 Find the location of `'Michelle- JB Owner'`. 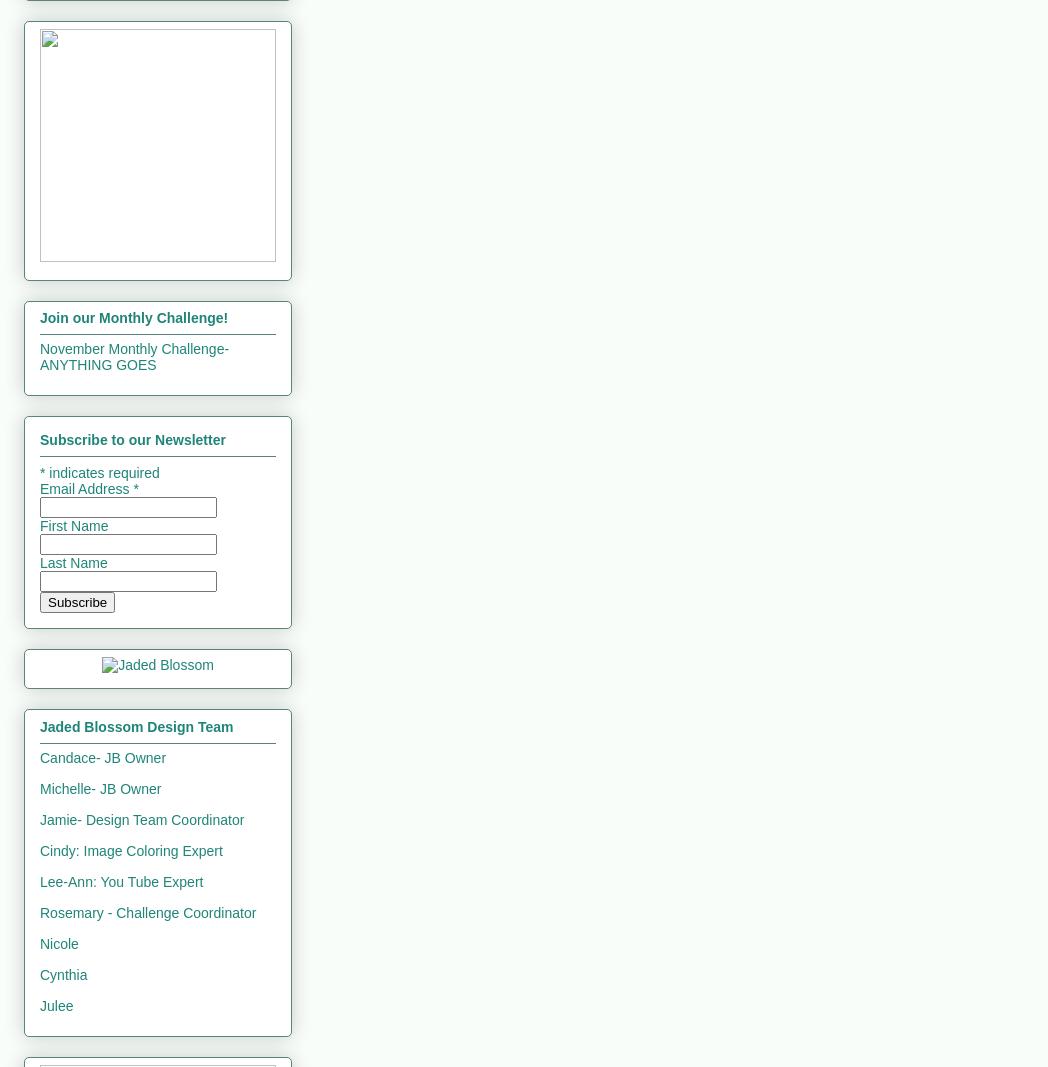

'Michelle- JB Owner' is located at coordinates (99, 786).